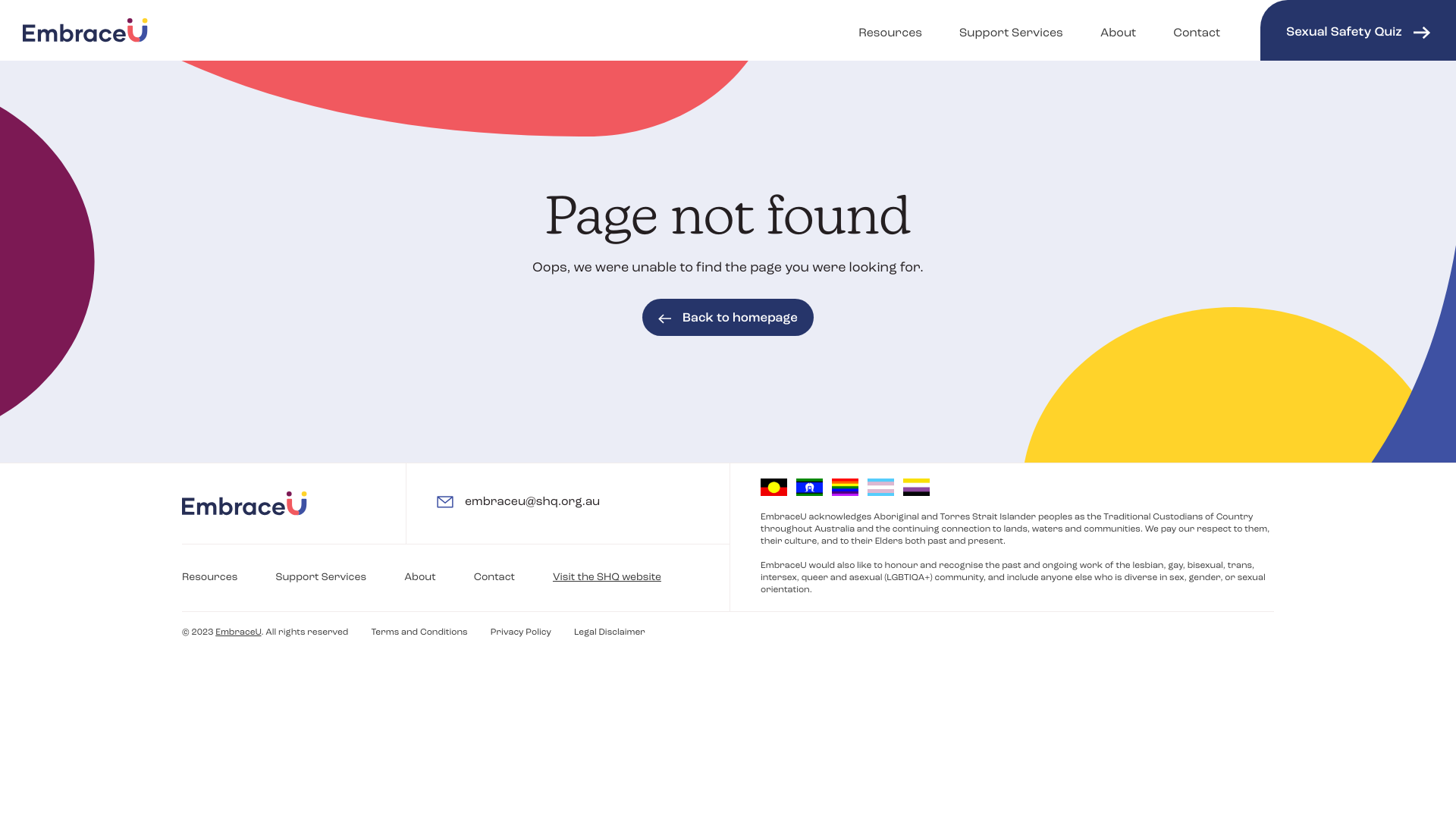  I want to click on 'Legal Disclaimer', so click(610, 632).